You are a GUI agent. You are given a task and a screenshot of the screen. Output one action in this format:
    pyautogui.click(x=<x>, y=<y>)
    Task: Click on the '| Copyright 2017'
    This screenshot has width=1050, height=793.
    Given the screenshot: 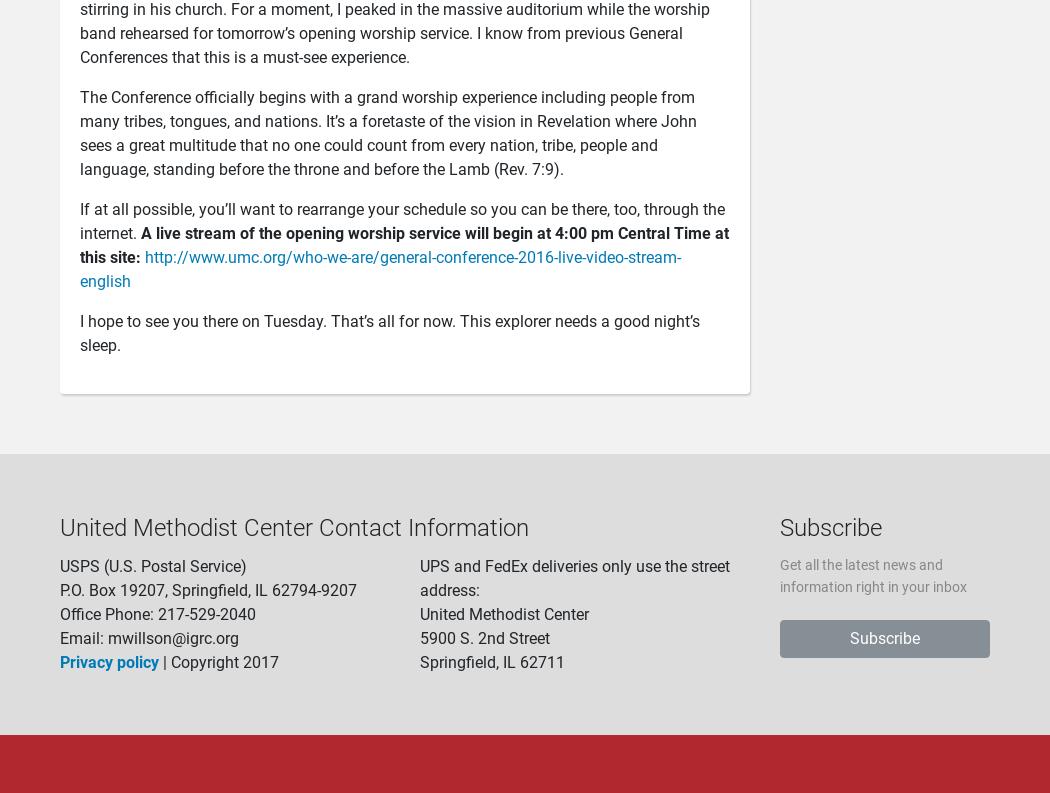 What is the action you would take?
    pyautogui.click(x=218, y=660)
    